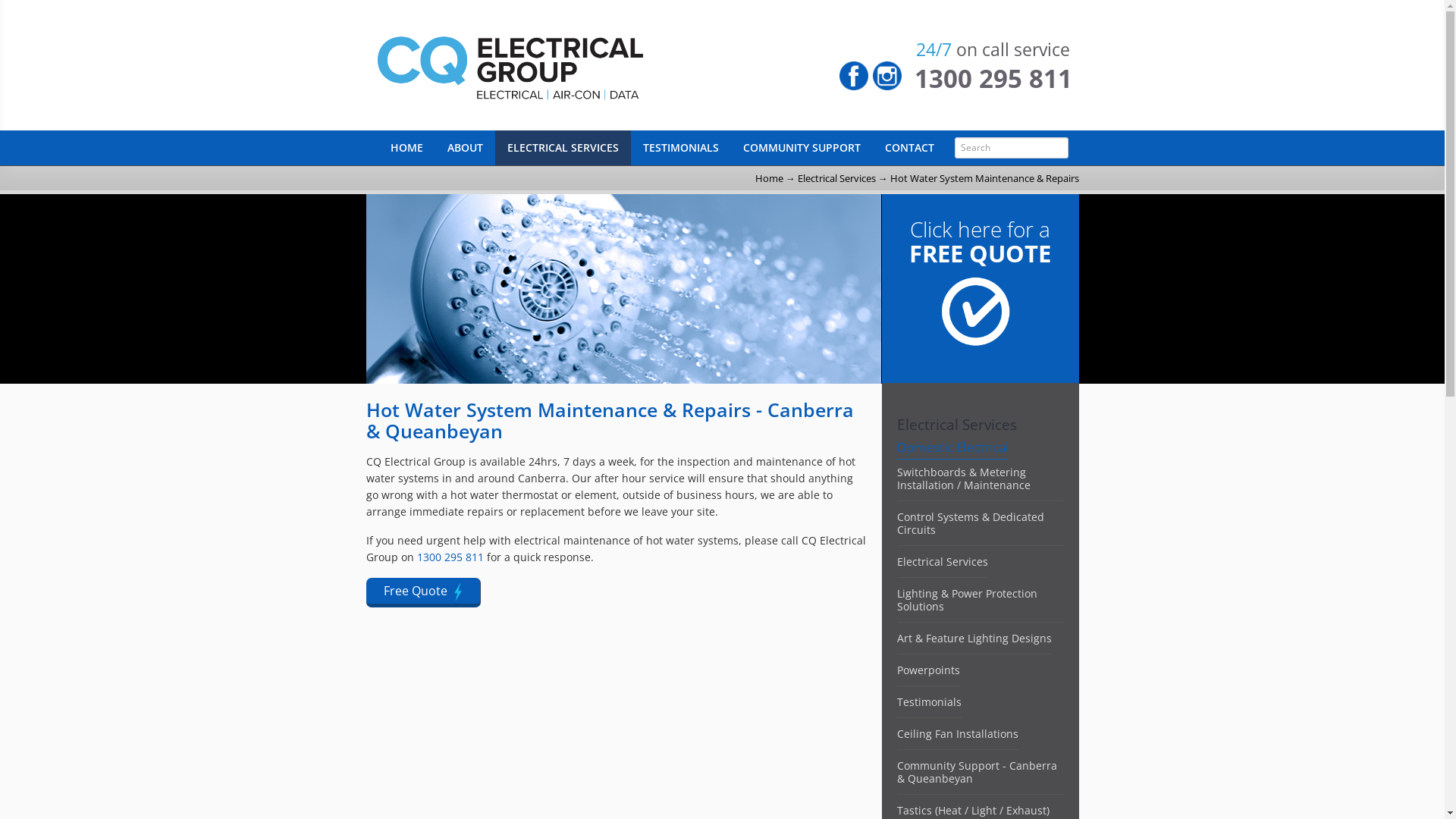 The height and width of the screenshot is (819, 1456). I want to click on 'Click here for a, so click(980, 315).